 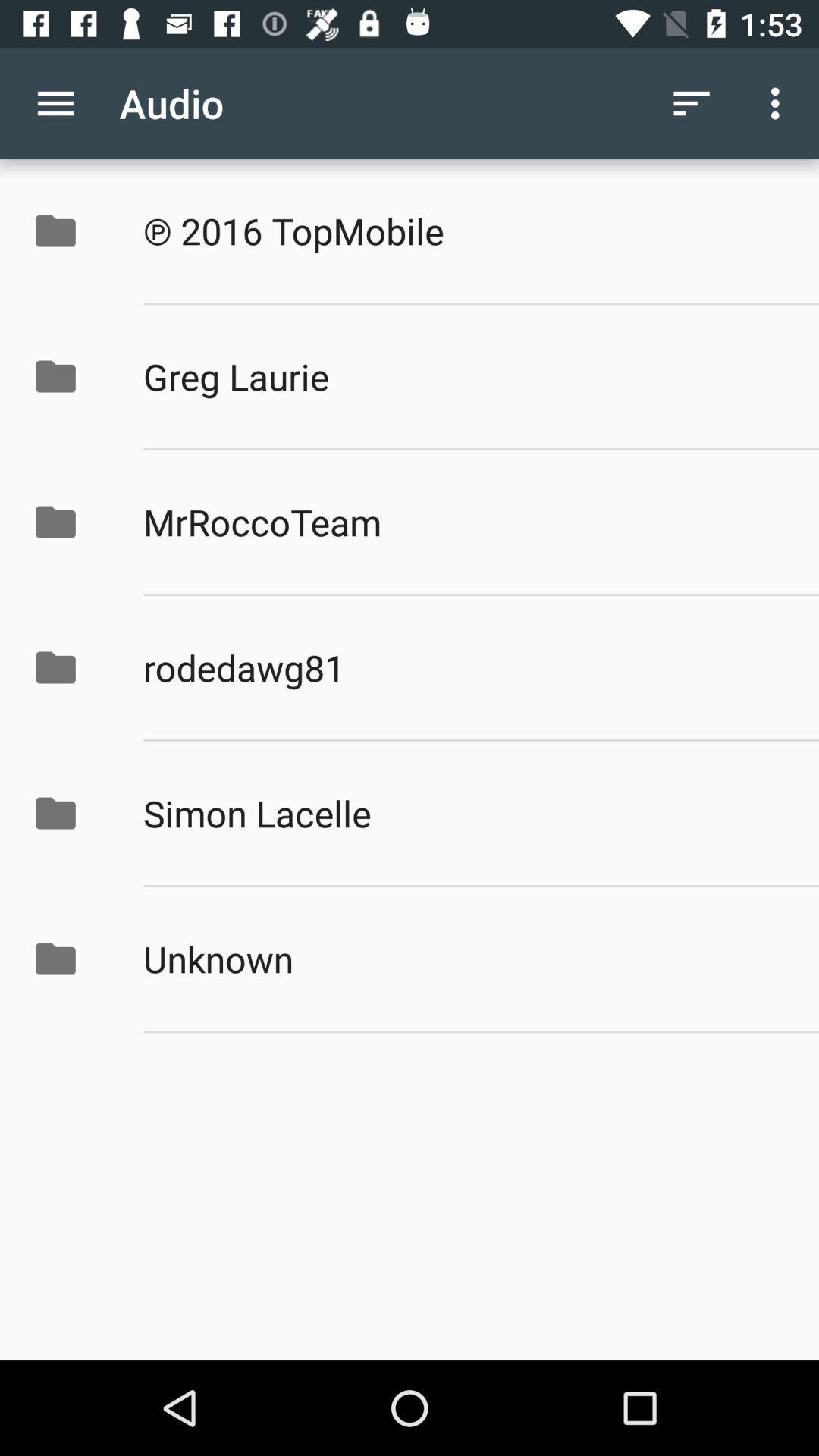 I want to click on rodedawg81 item, so click(x=464, y=667).